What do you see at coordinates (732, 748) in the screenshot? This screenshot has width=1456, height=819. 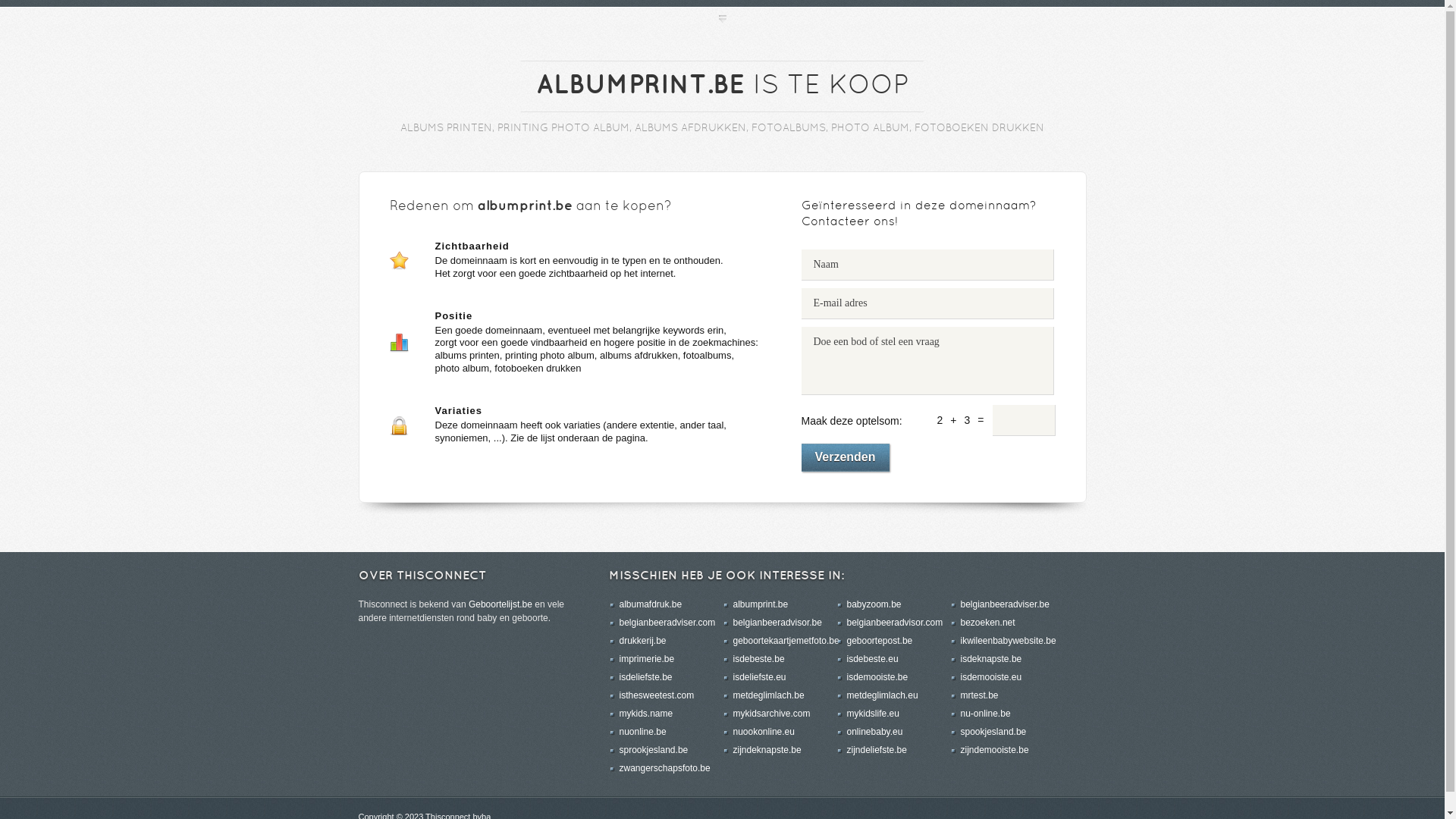 I see `'zijndeknapste.be'` at bounding box center [732, 748].